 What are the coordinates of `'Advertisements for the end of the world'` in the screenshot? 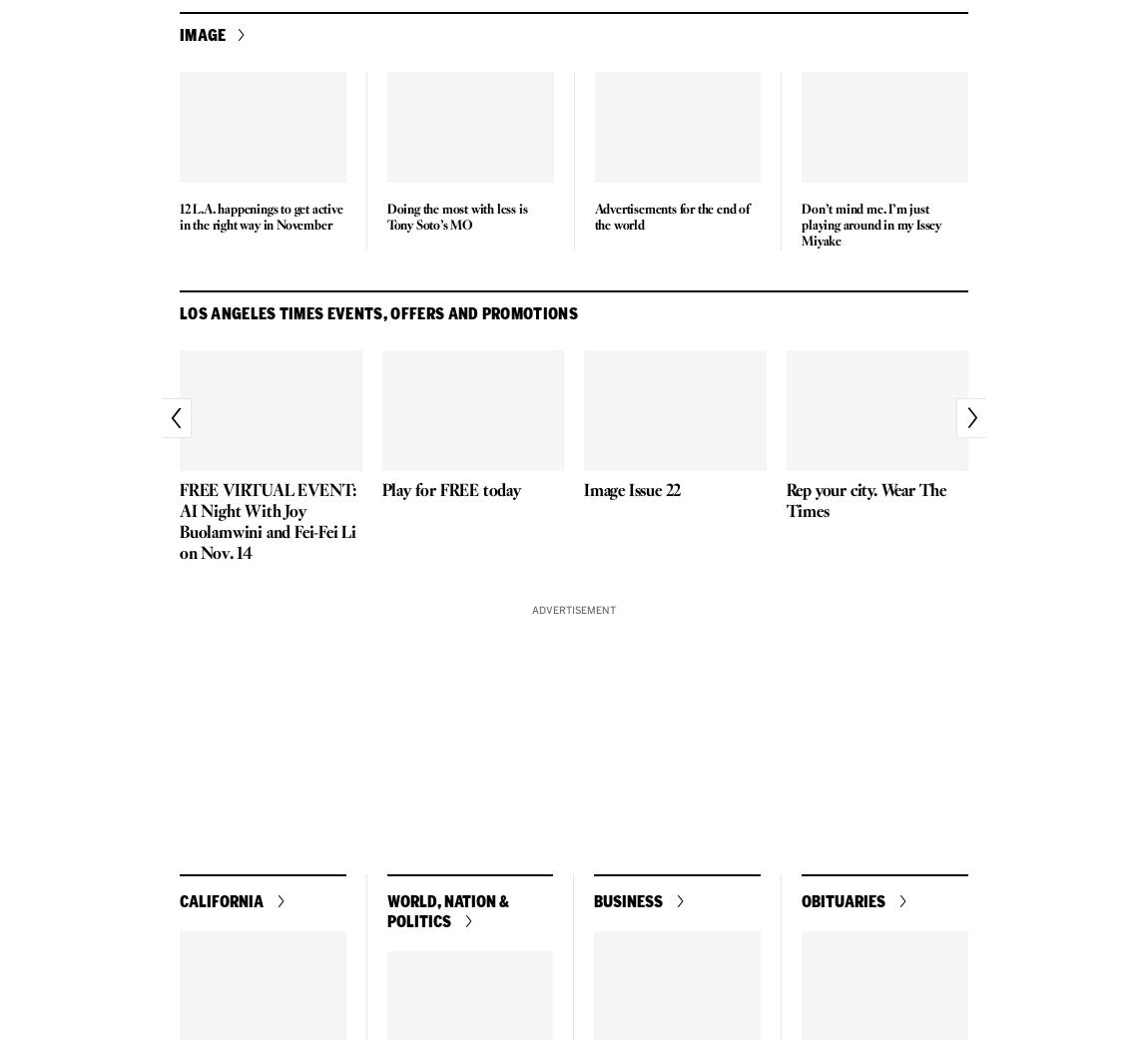 It's located at (670, 216).